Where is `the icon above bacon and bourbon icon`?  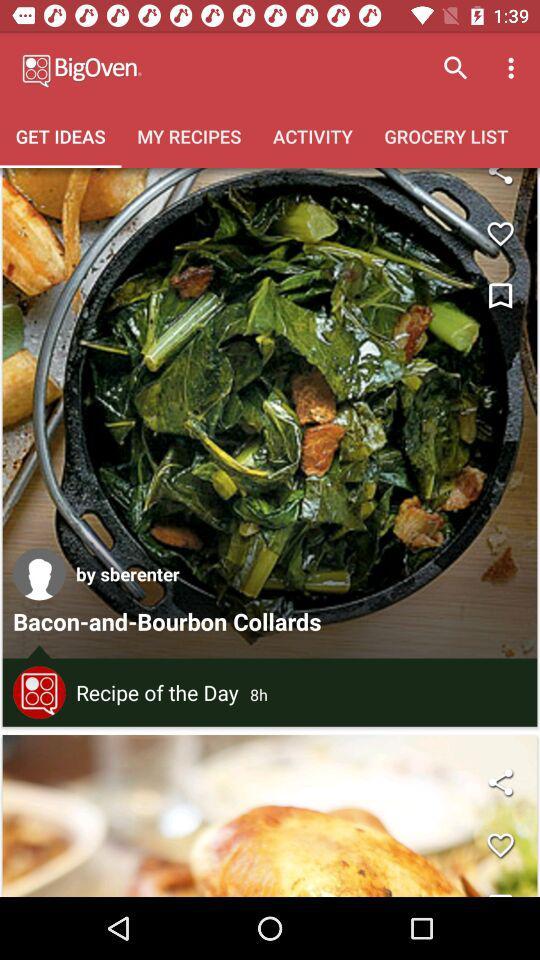 the icon above bacon and bourbon icon is located at coordinates (39, 574).